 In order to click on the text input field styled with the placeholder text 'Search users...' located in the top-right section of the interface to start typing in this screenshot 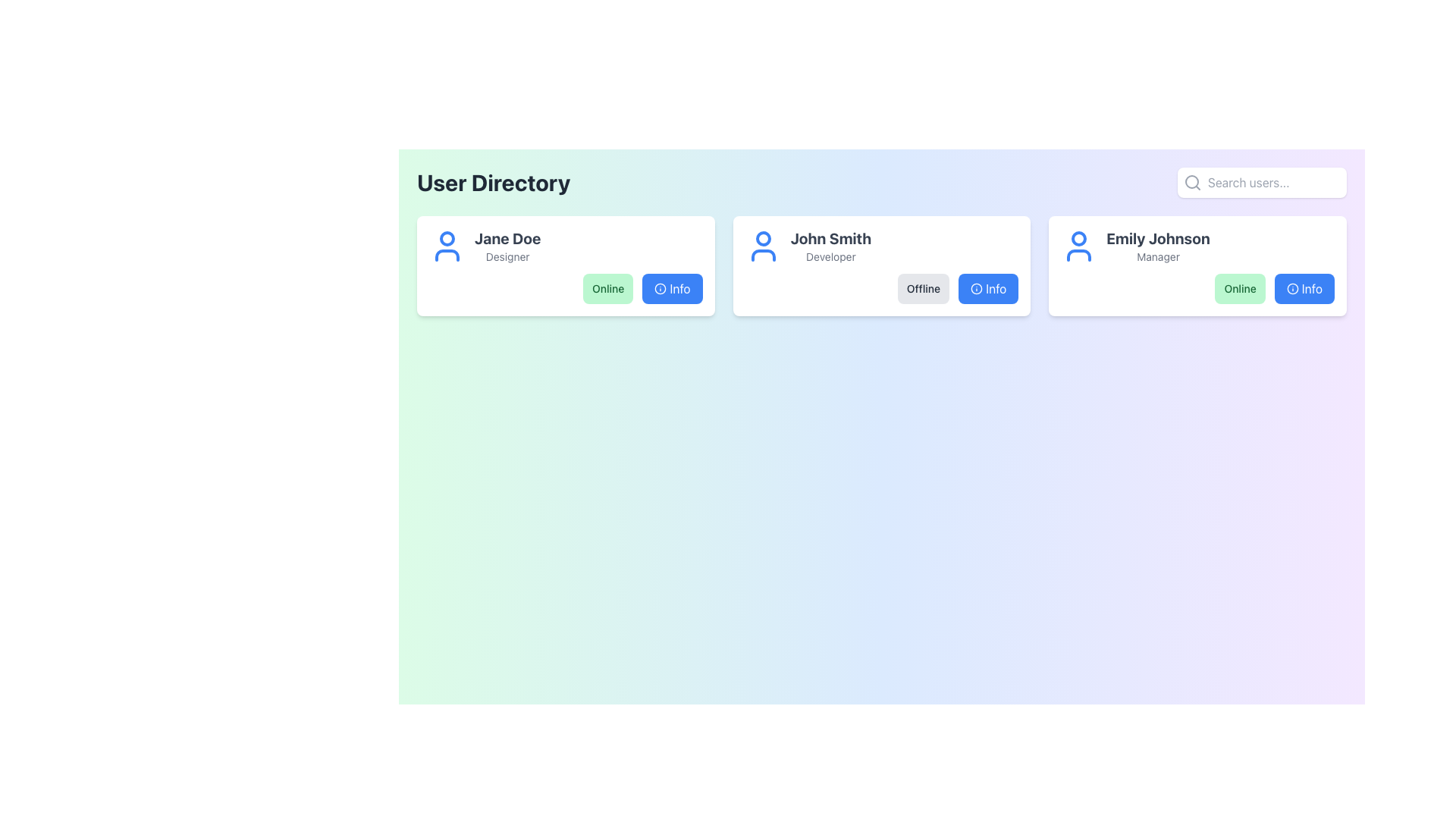, I will do `click(1274, 181)`.